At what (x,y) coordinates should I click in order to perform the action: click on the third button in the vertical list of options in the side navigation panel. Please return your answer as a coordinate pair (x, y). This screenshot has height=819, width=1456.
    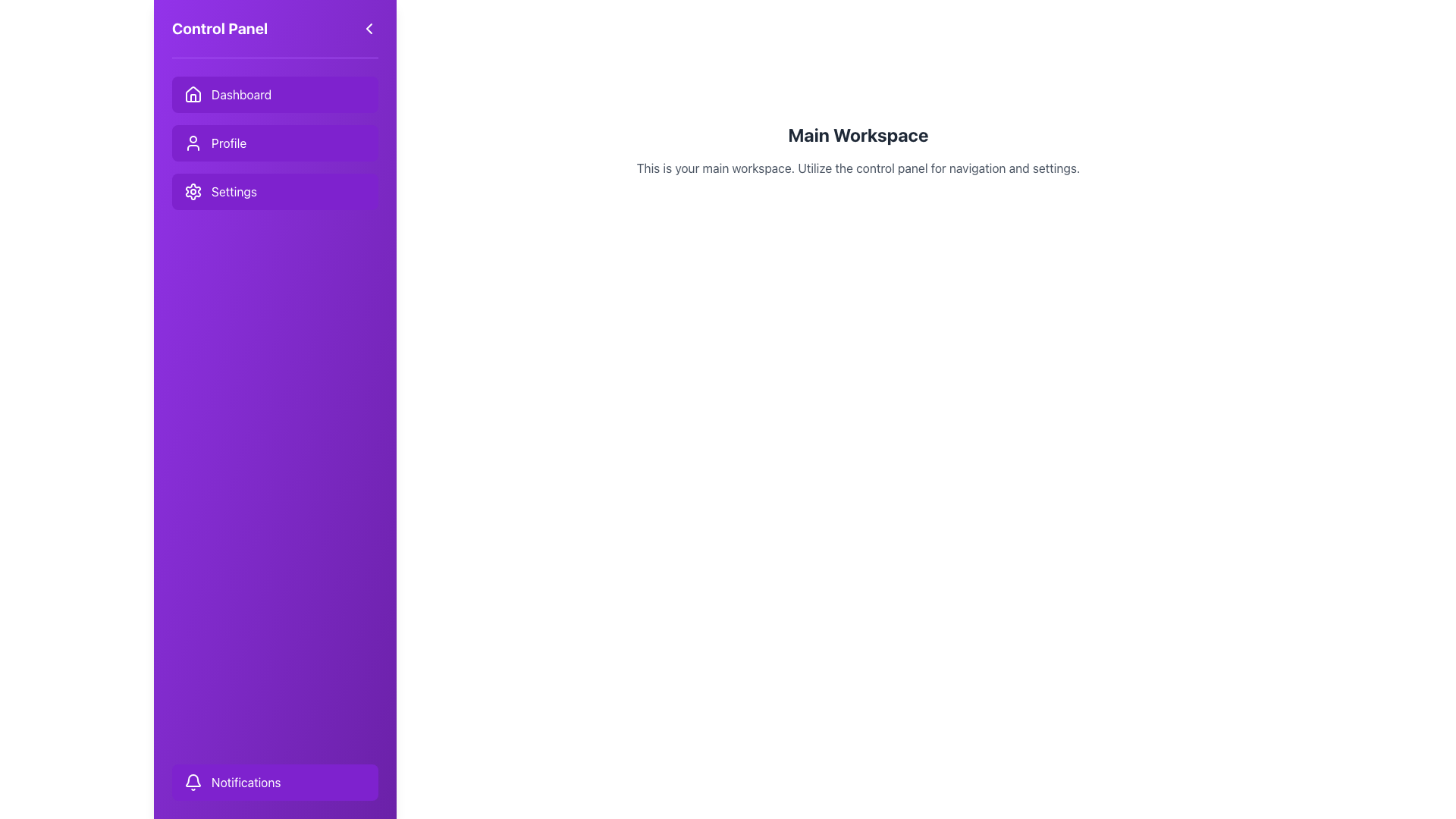
    Looking at the image, I should click on (275, 191).